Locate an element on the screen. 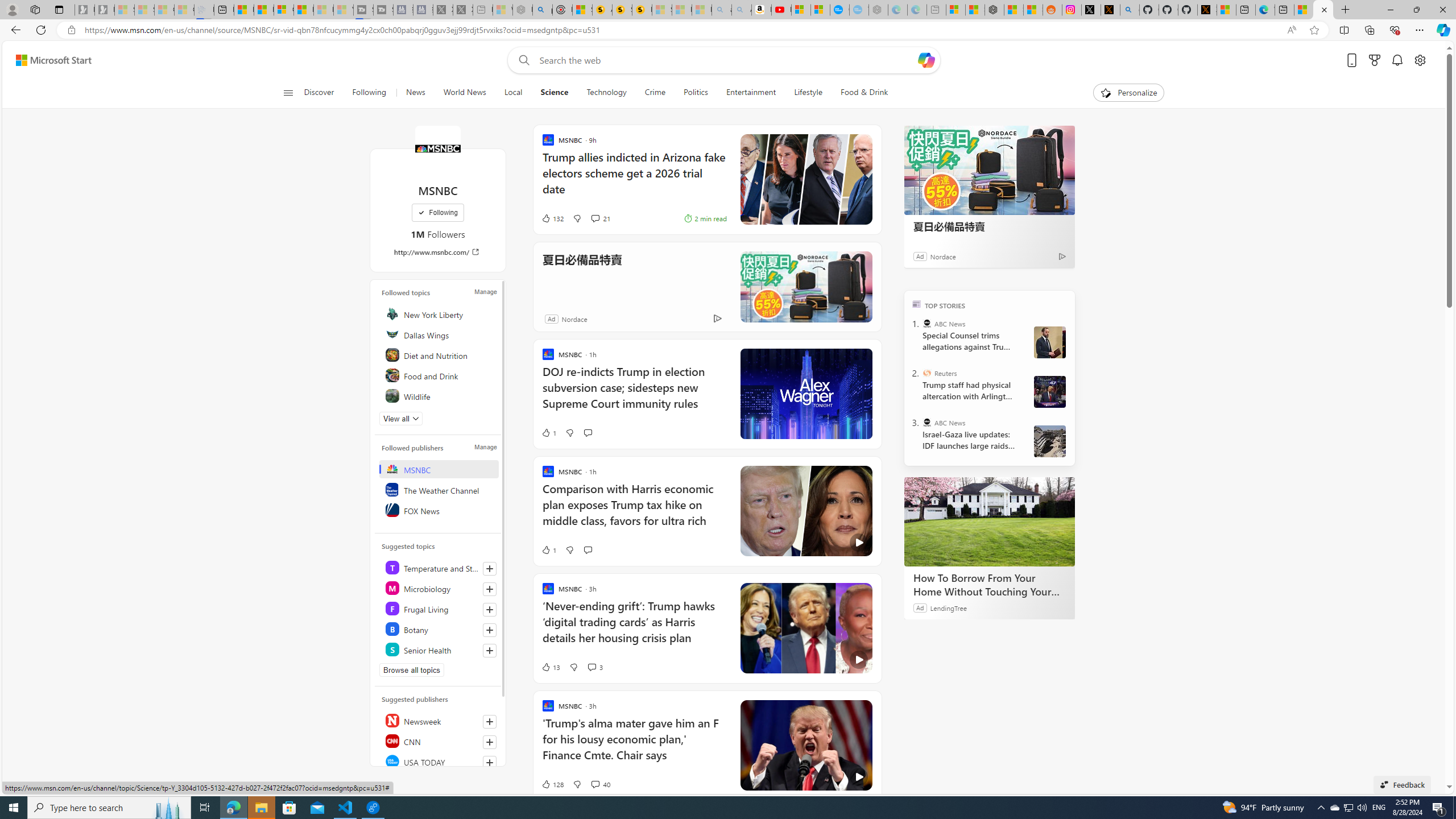  'Open navigation menu' is located at coordinates (287, 92).